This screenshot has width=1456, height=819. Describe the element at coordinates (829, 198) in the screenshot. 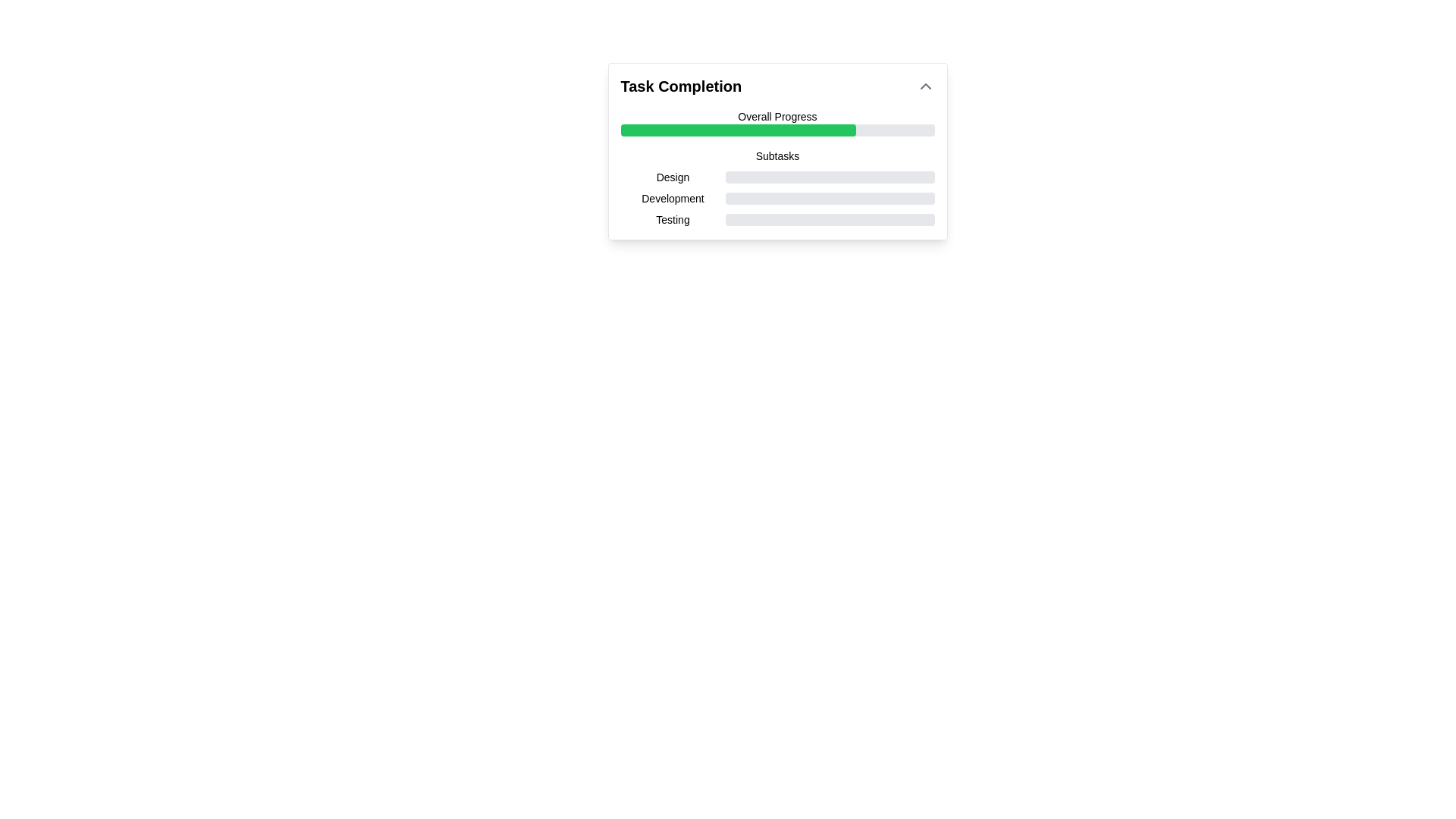

I see `visual information from the progress bar located next to the text 'Development', which has a gray background with a green filled section indicating completion percentage` at that location.